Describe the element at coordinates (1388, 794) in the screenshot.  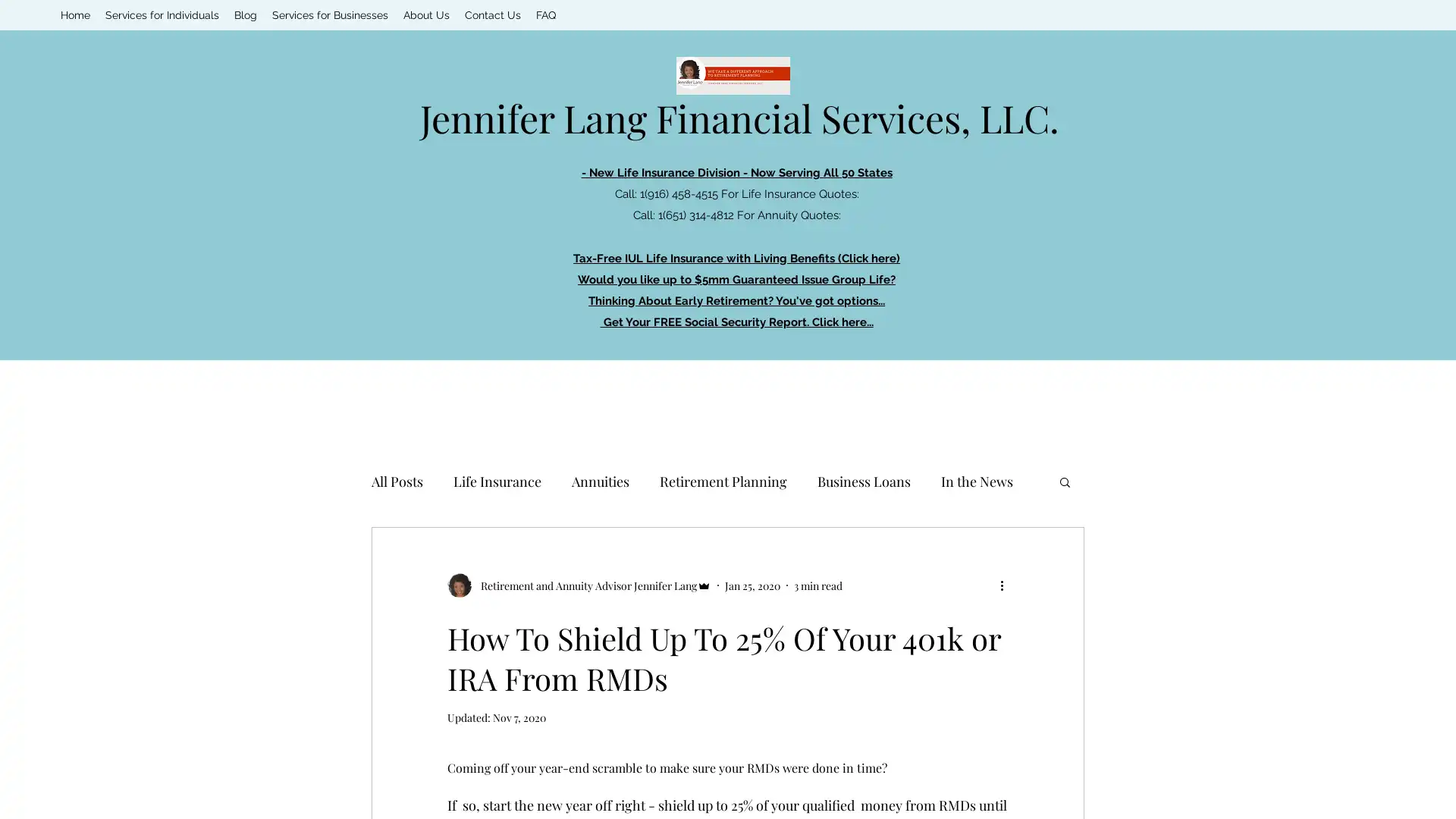
I see `Accept` at that location.